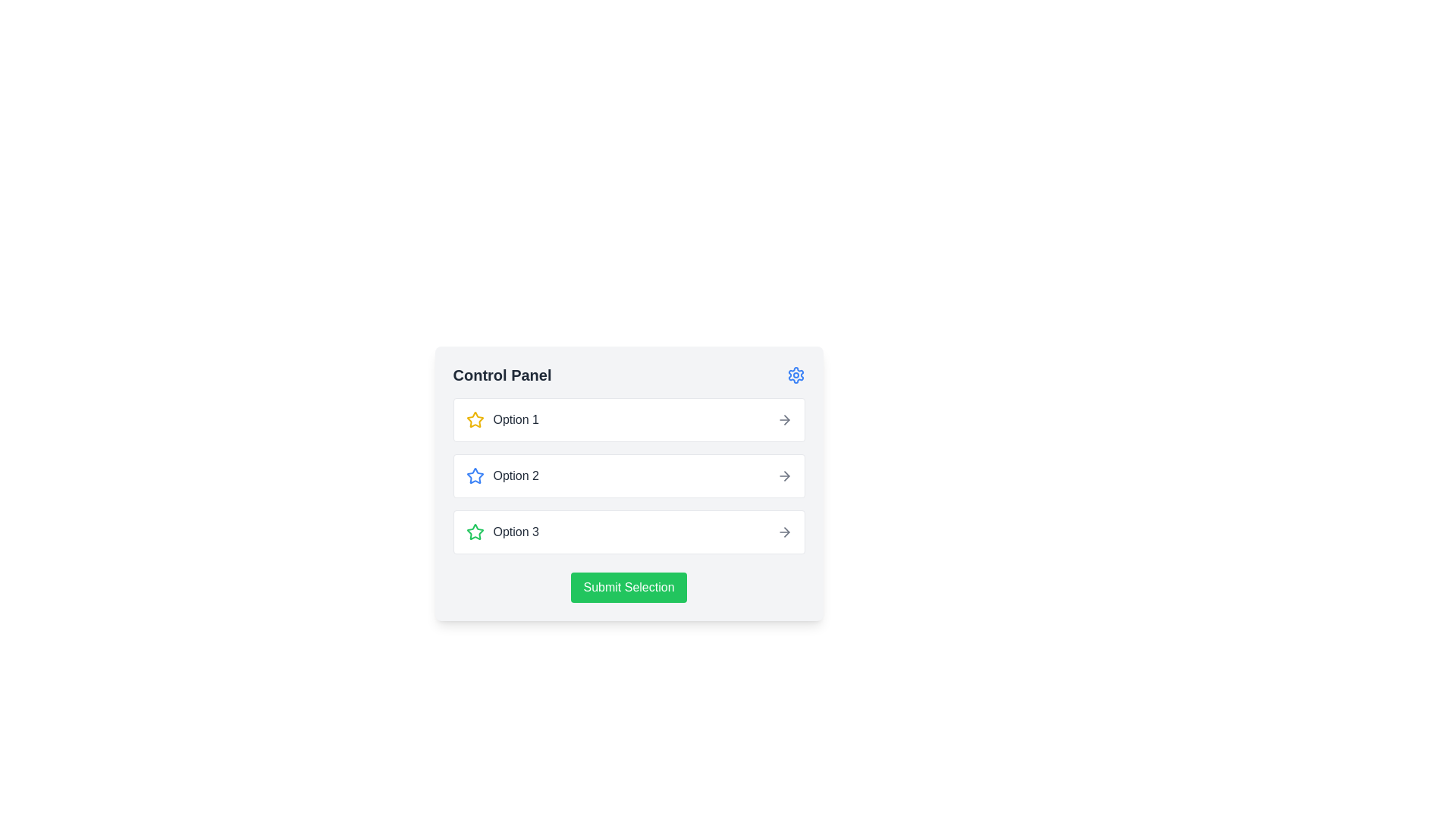 The height and width of the screenshot is (819, 1456). I want to click on the selectable option in the vertical stack of options in the 'Control Panel' section, so click(629, 475).